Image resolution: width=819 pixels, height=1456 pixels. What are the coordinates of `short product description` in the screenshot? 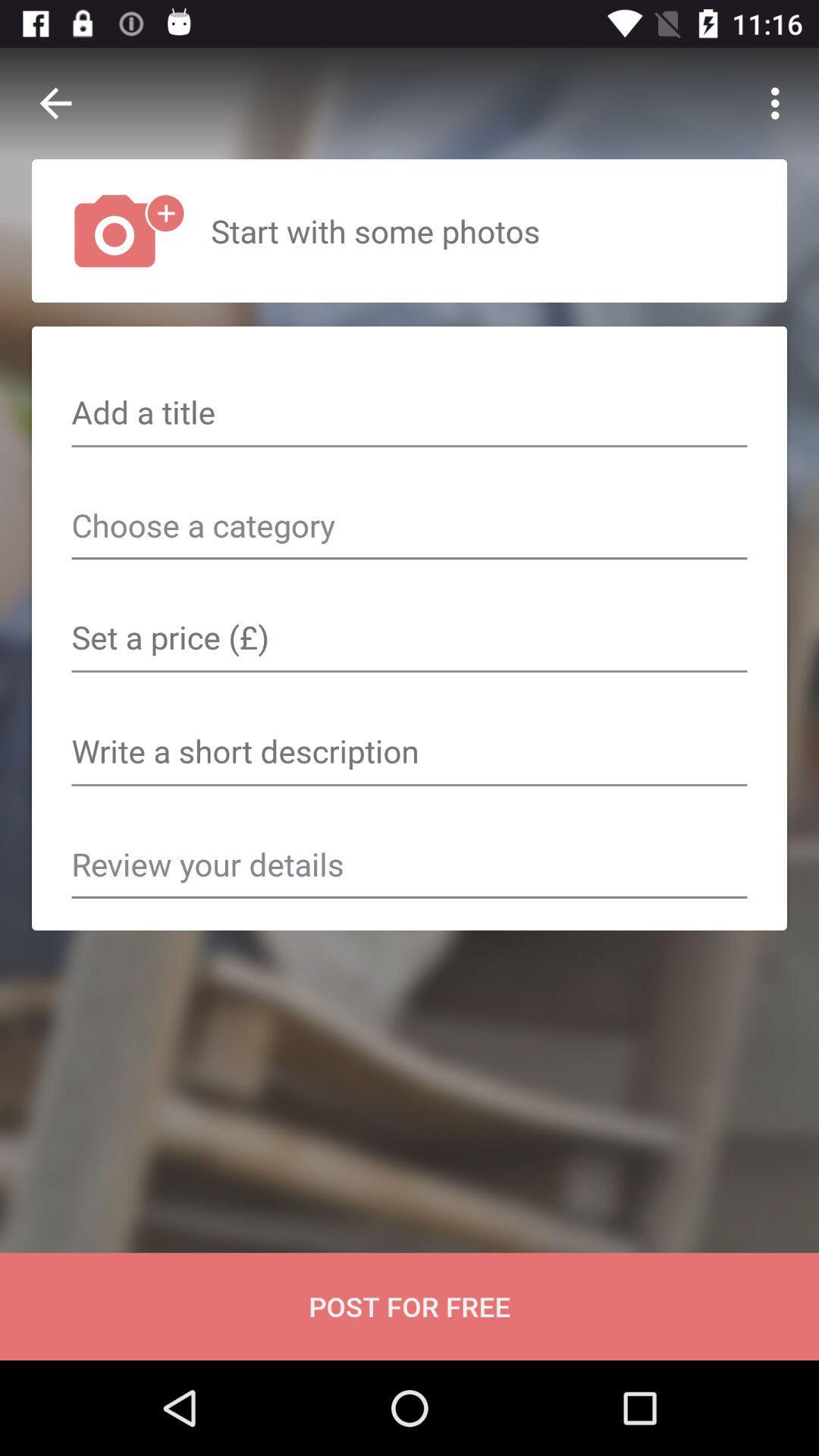 It's located at (409, 753).